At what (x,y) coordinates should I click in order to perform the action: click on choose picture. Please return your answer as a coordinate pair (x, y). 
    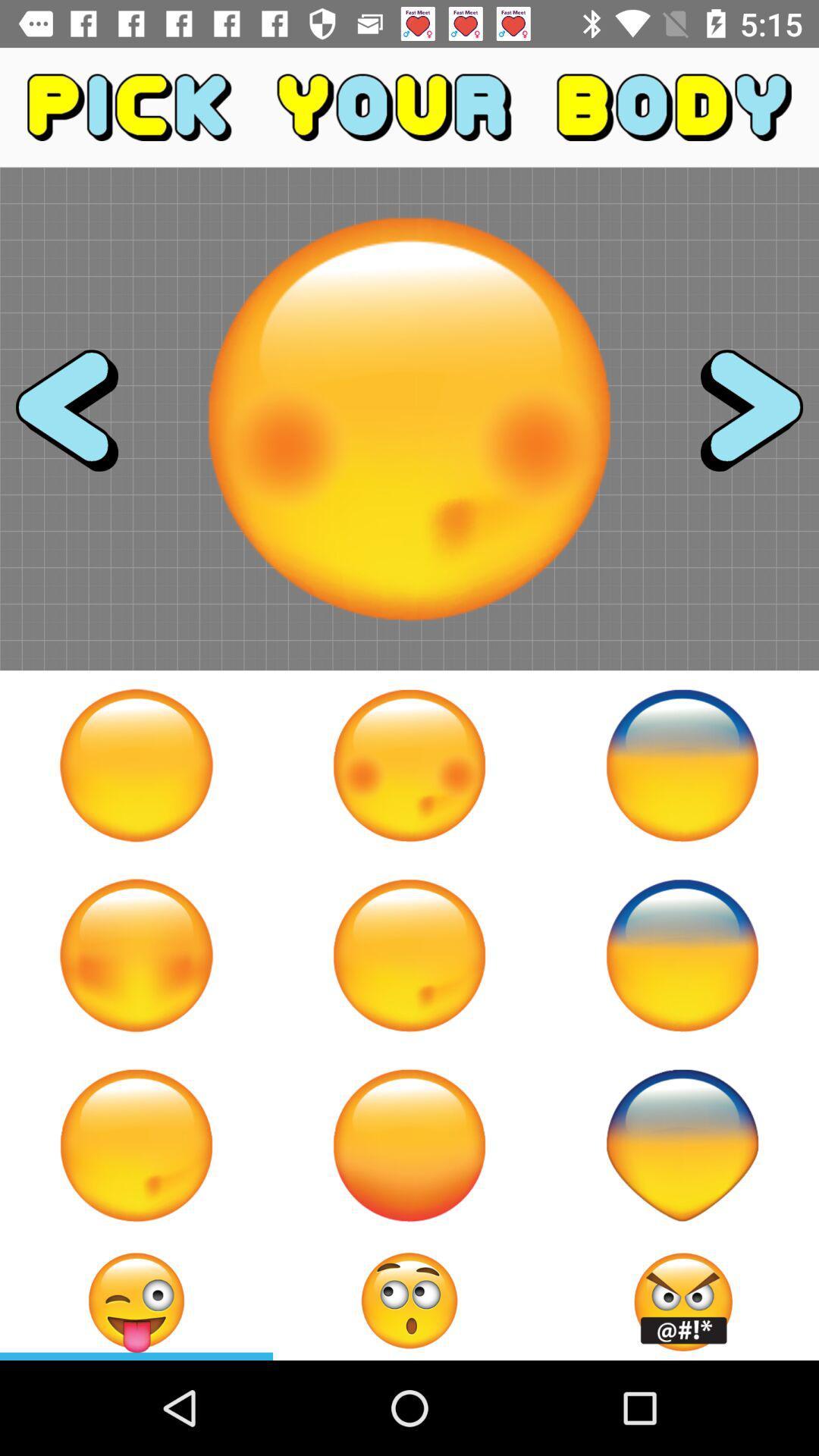
    Looking at the image, I should click on (409, 765).